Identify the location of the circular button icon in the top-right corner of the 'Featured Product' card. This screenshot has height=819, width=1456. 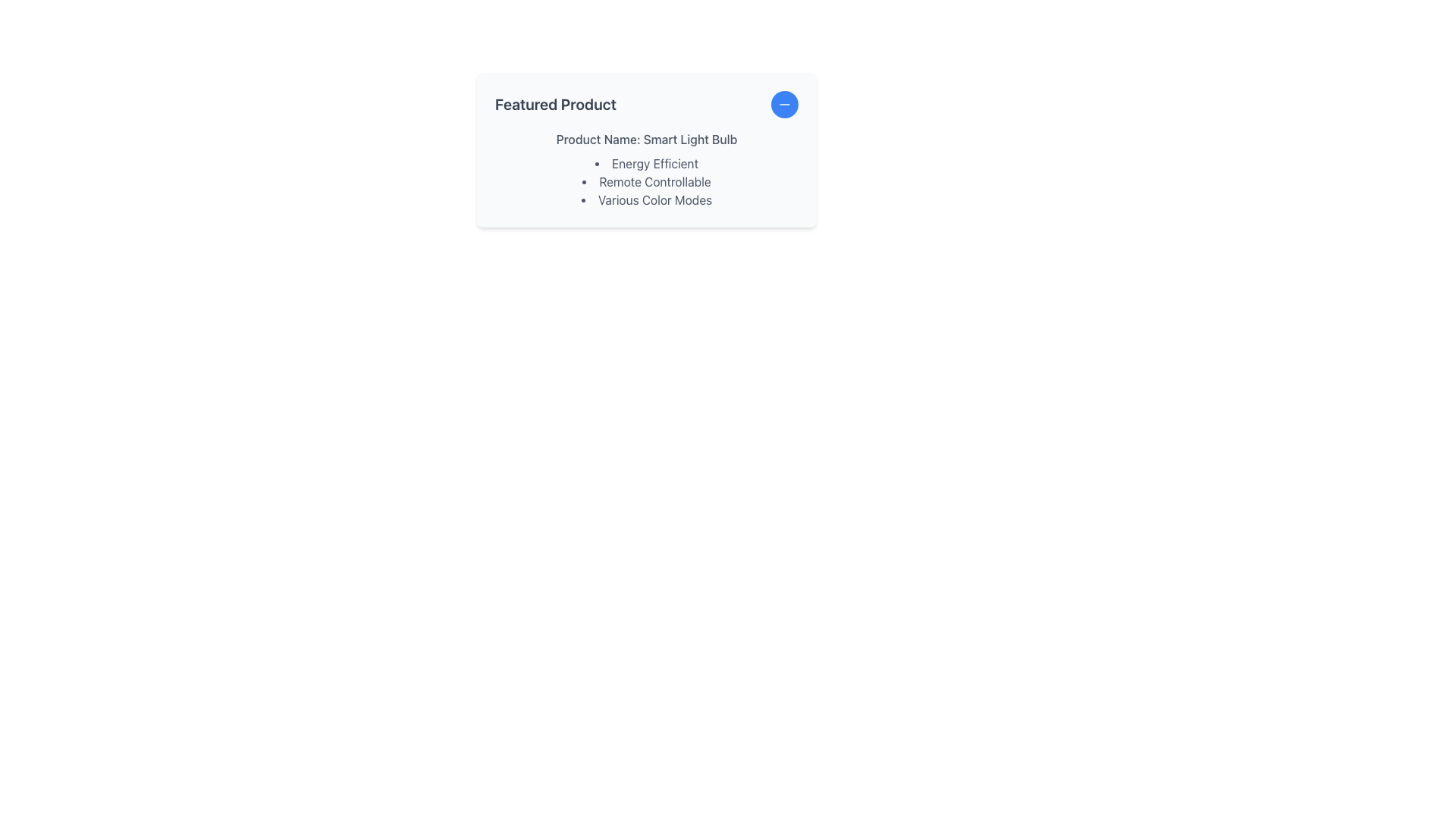
(785, 104).